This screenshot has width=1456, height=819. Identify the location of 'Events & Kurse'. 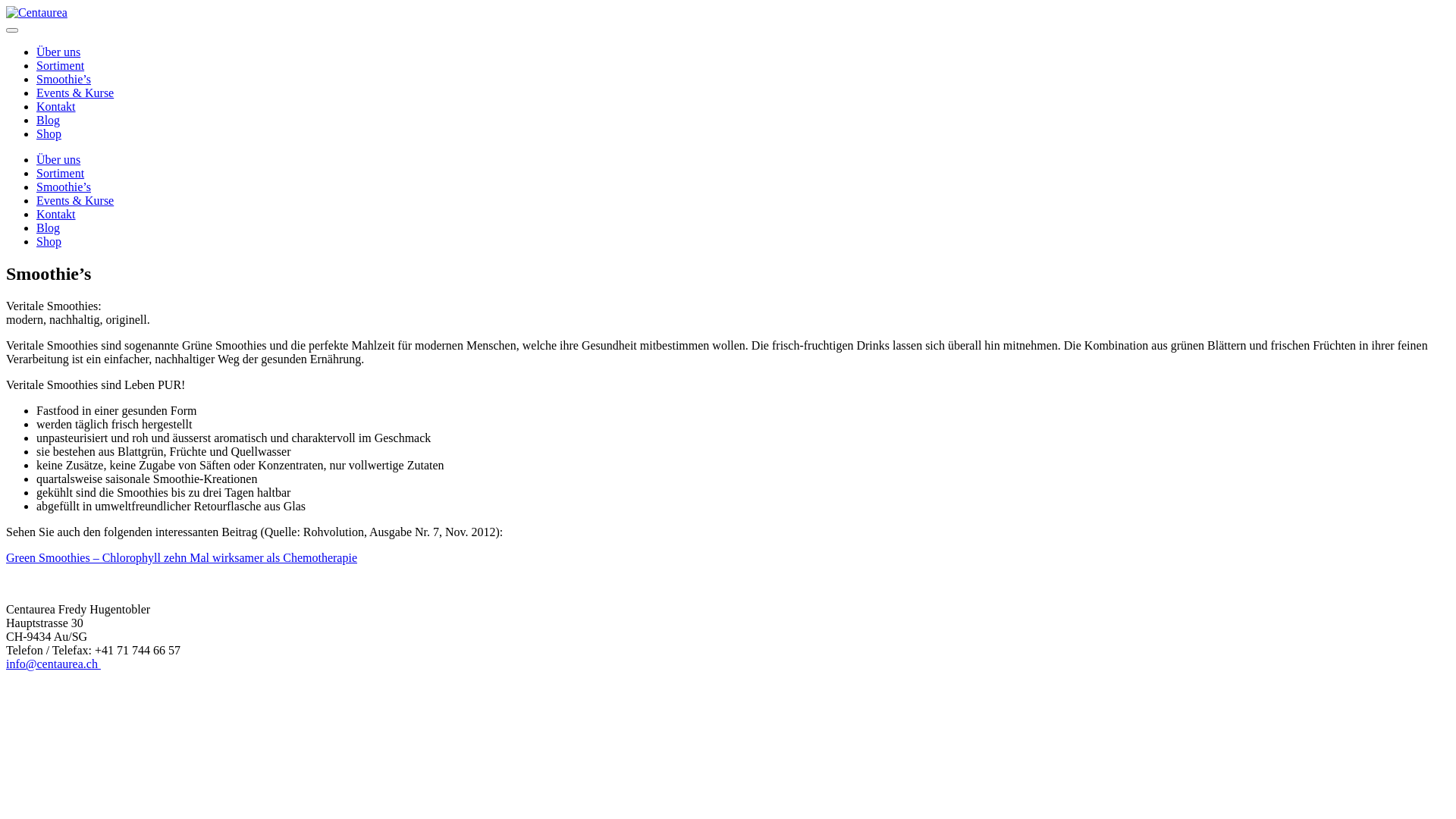
(74, 93).